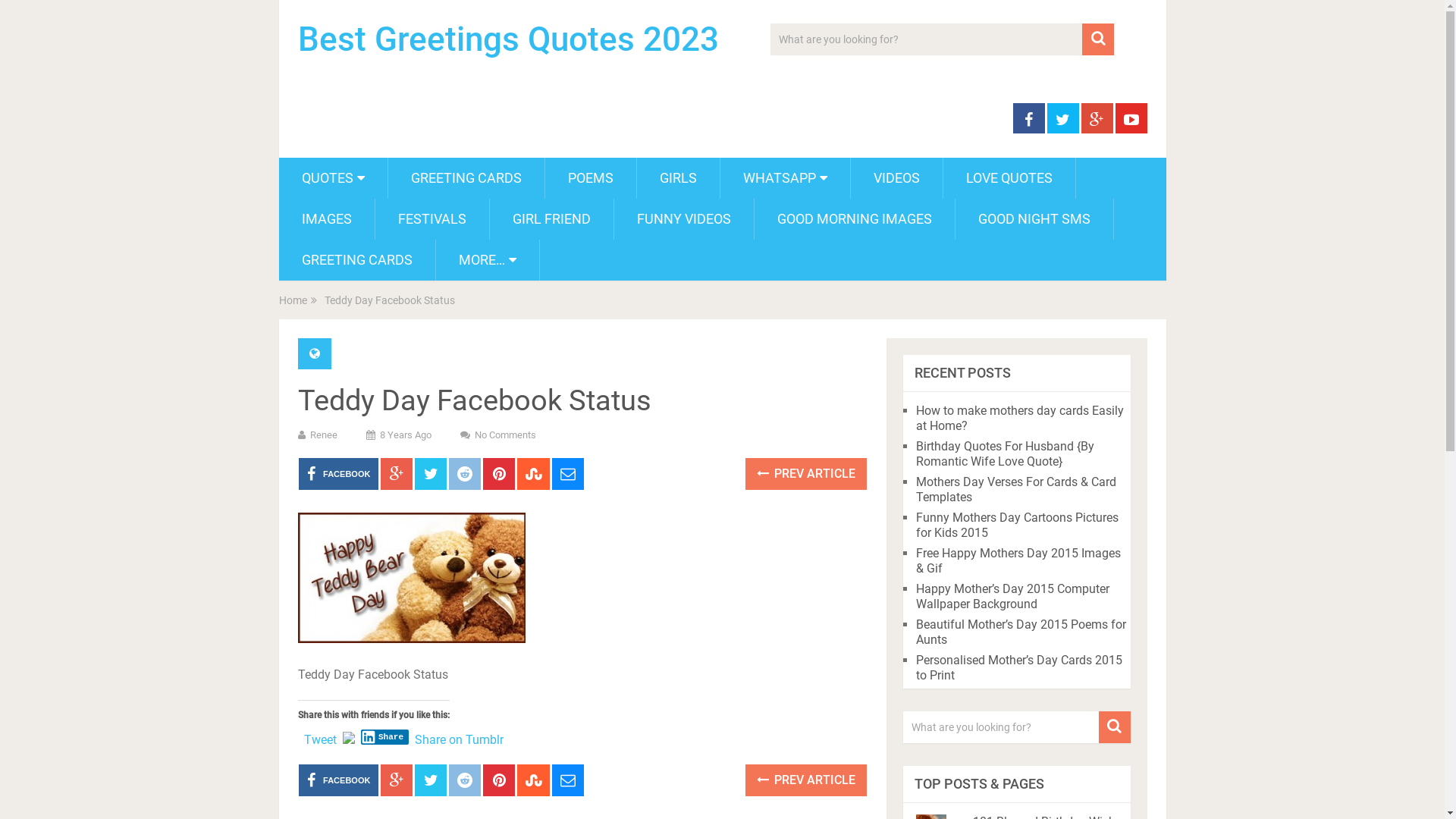 The image size is (1456, 819). I want to click on 'PREV ARTICLE', so click(805, 472).